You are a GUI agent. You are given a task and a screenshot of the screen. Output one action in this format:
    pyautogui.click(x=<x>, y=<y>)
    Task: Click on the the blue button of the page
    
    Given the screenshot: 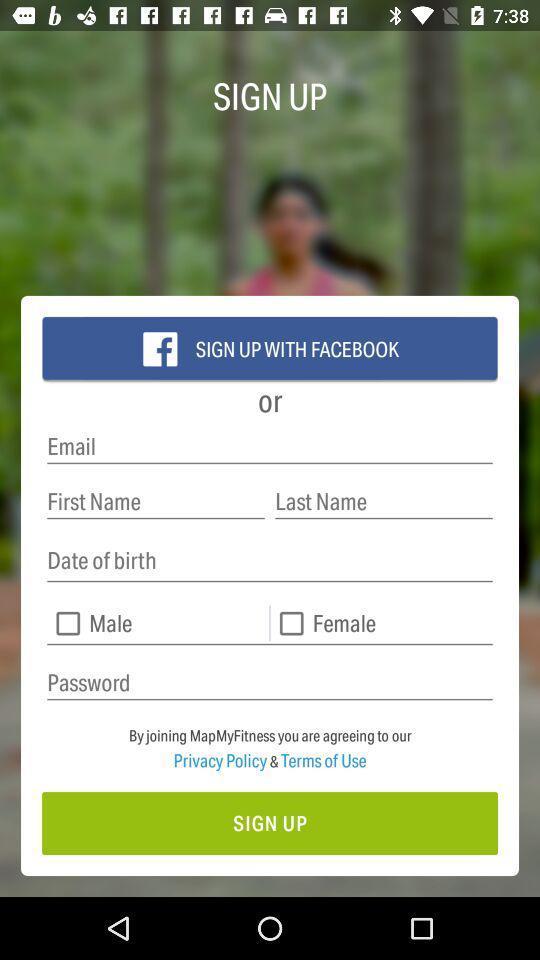 What is the action you would take?
    pyautogui.click(x=270, y=349)
    